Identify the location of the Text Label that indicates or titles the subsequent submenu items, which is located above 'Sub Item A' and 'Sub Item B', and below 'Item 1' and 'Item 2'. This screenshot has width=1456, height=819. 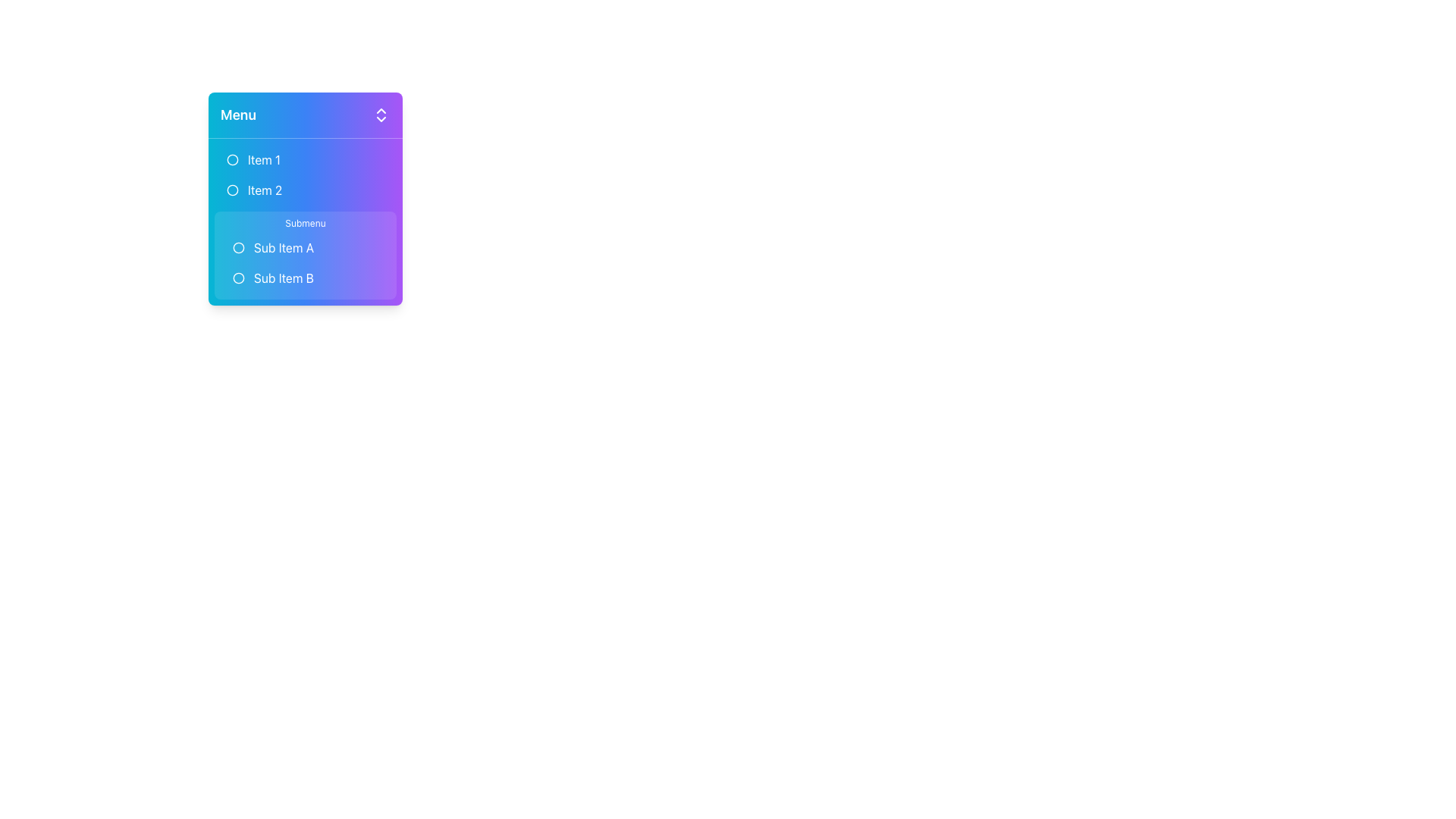
(305, 223).